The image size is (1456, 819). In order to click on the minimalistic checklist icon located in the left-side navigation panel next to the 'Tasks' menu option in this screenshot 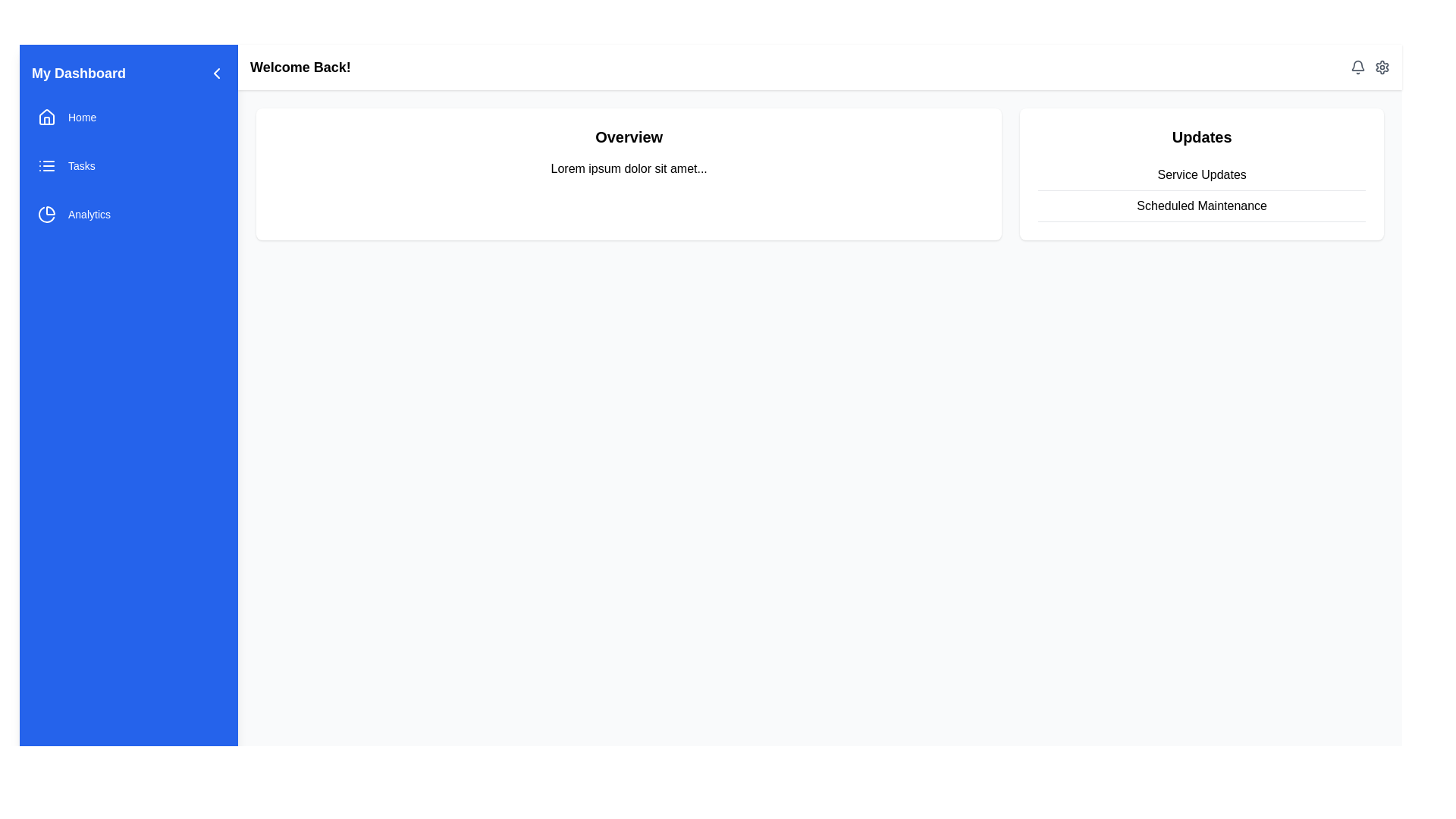, I will do `click(47, 166)`.